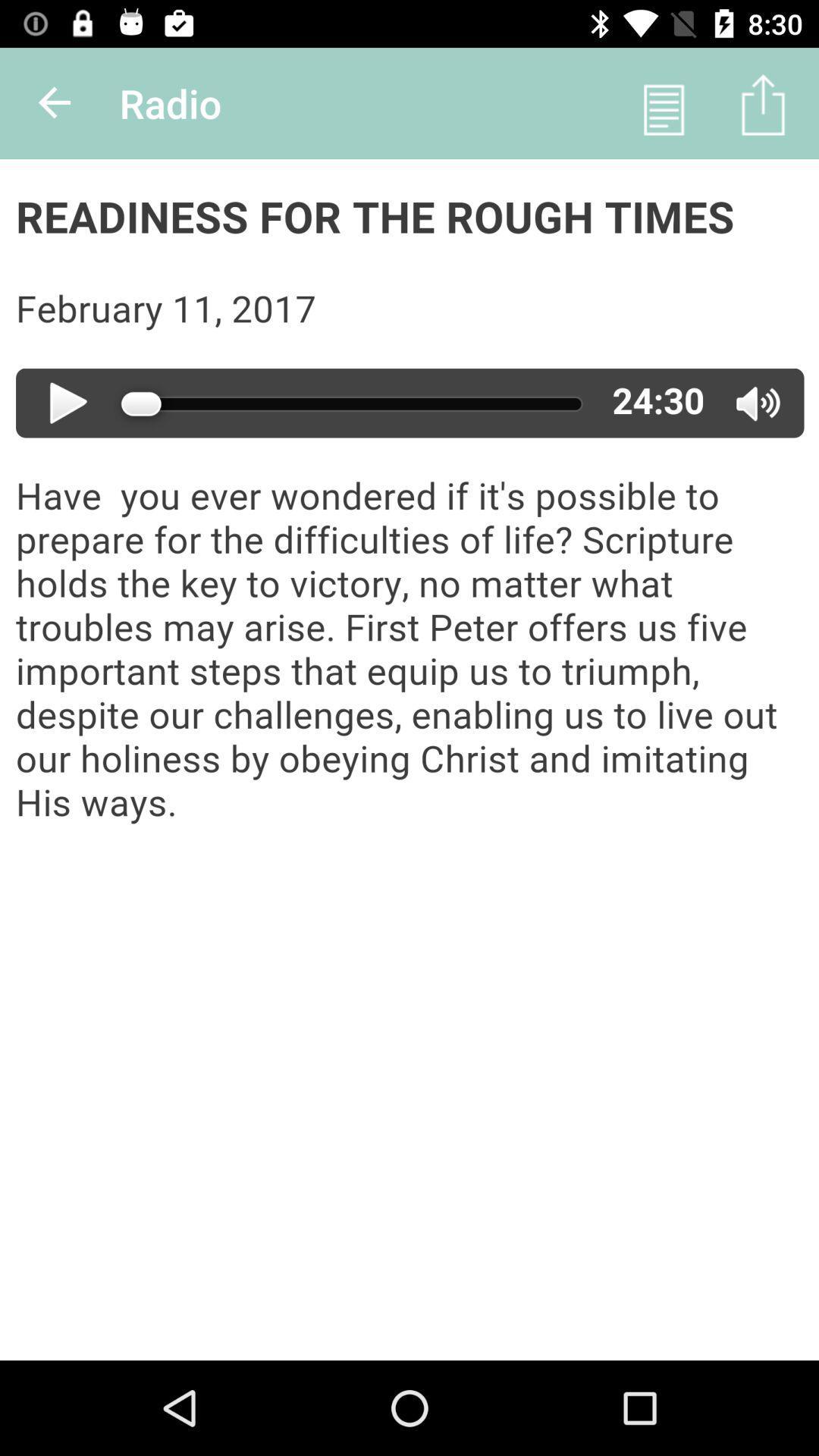  What do you see at coordinates (55, 102) in the screenshot?
I see `go back` at bounding box center [55, 102].